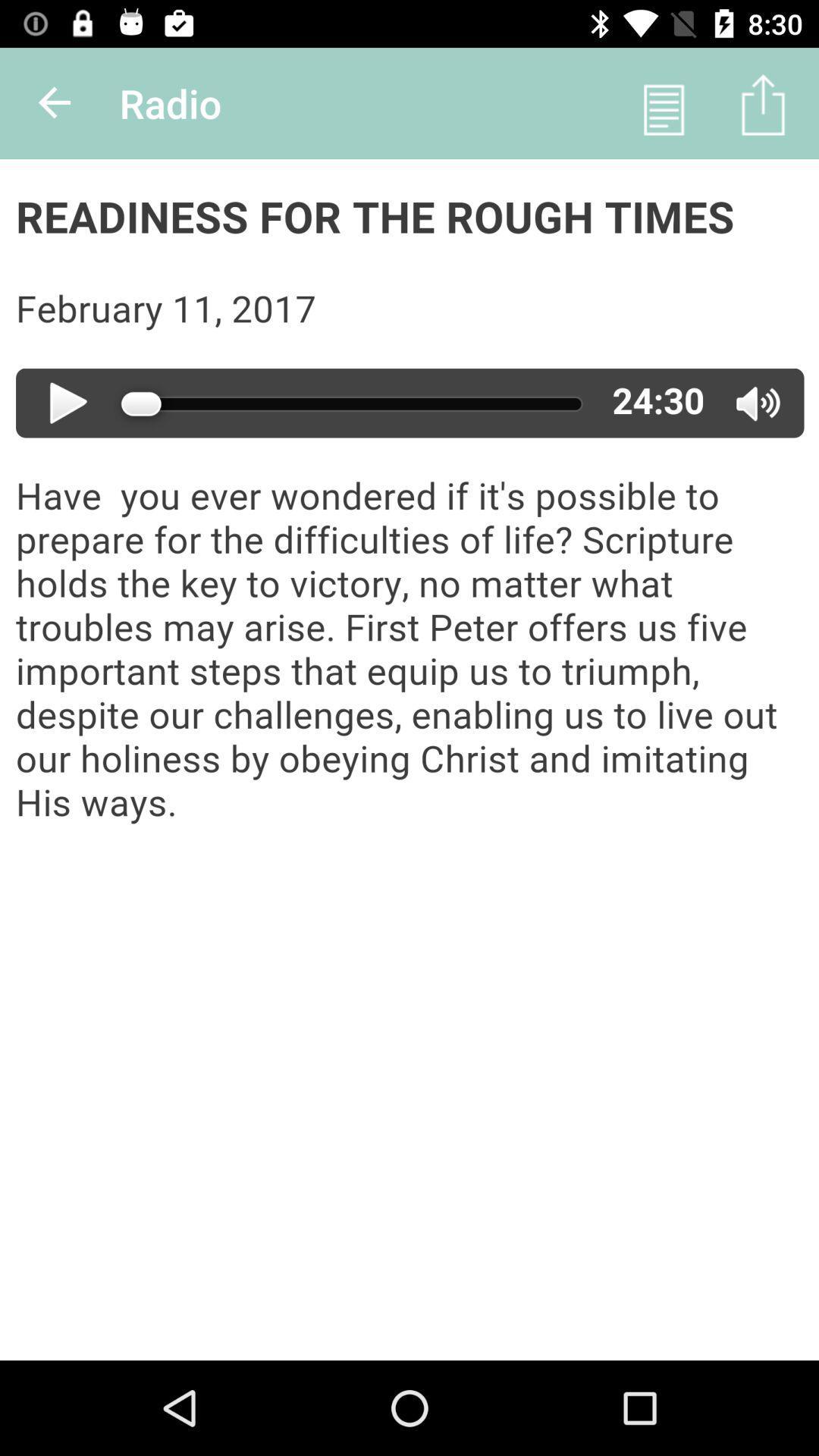  What do you see at coordinates (55, 102) in the screenshot?
I see `go back` at bounding box center [55, 102].